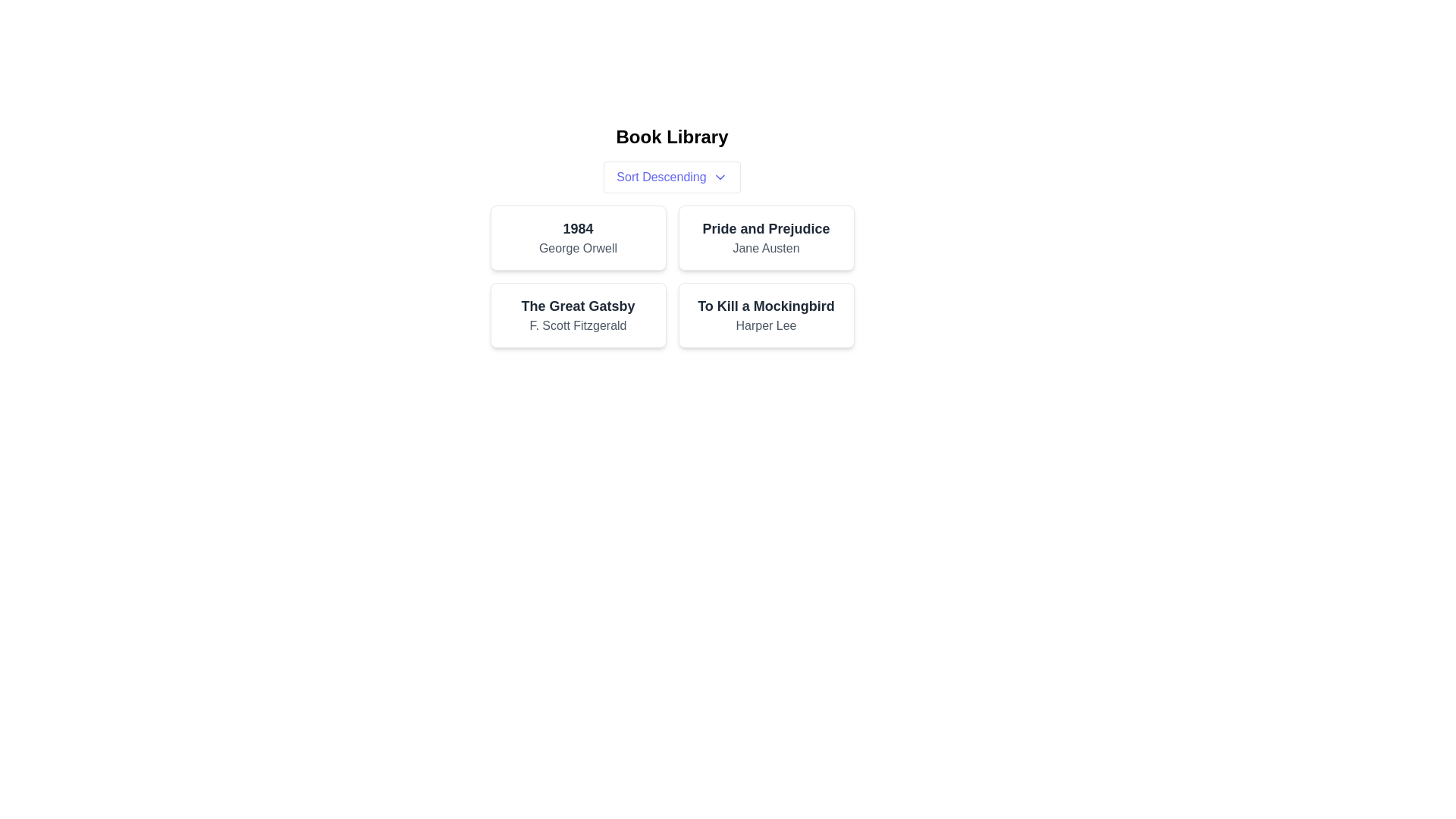 The width and height of the screenshot is (1456, 819). I want to click on information of the card displaying '1984' by George Orwell, which is styled with a white background and rounded corners, located in the top-left of the book entry grid, so click(577, 237).